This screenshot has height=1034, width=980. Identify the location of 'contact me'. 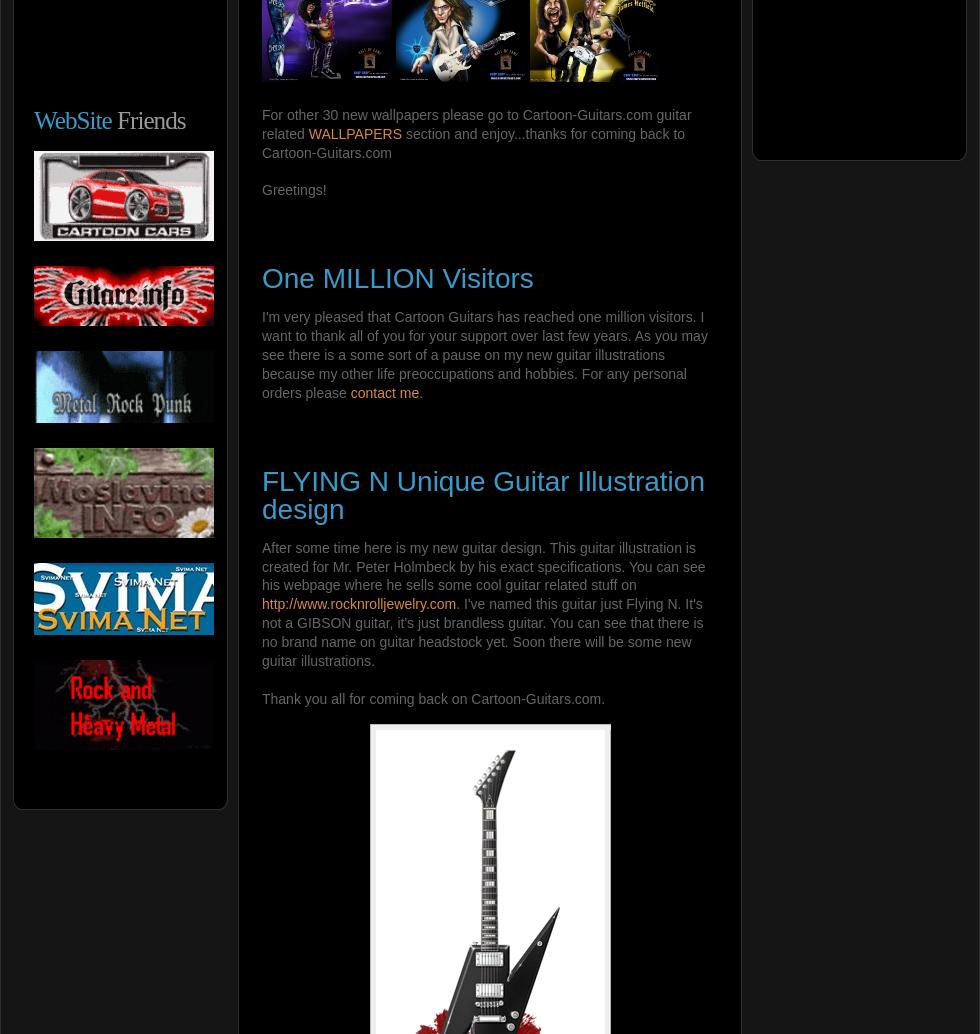
(384, 390).